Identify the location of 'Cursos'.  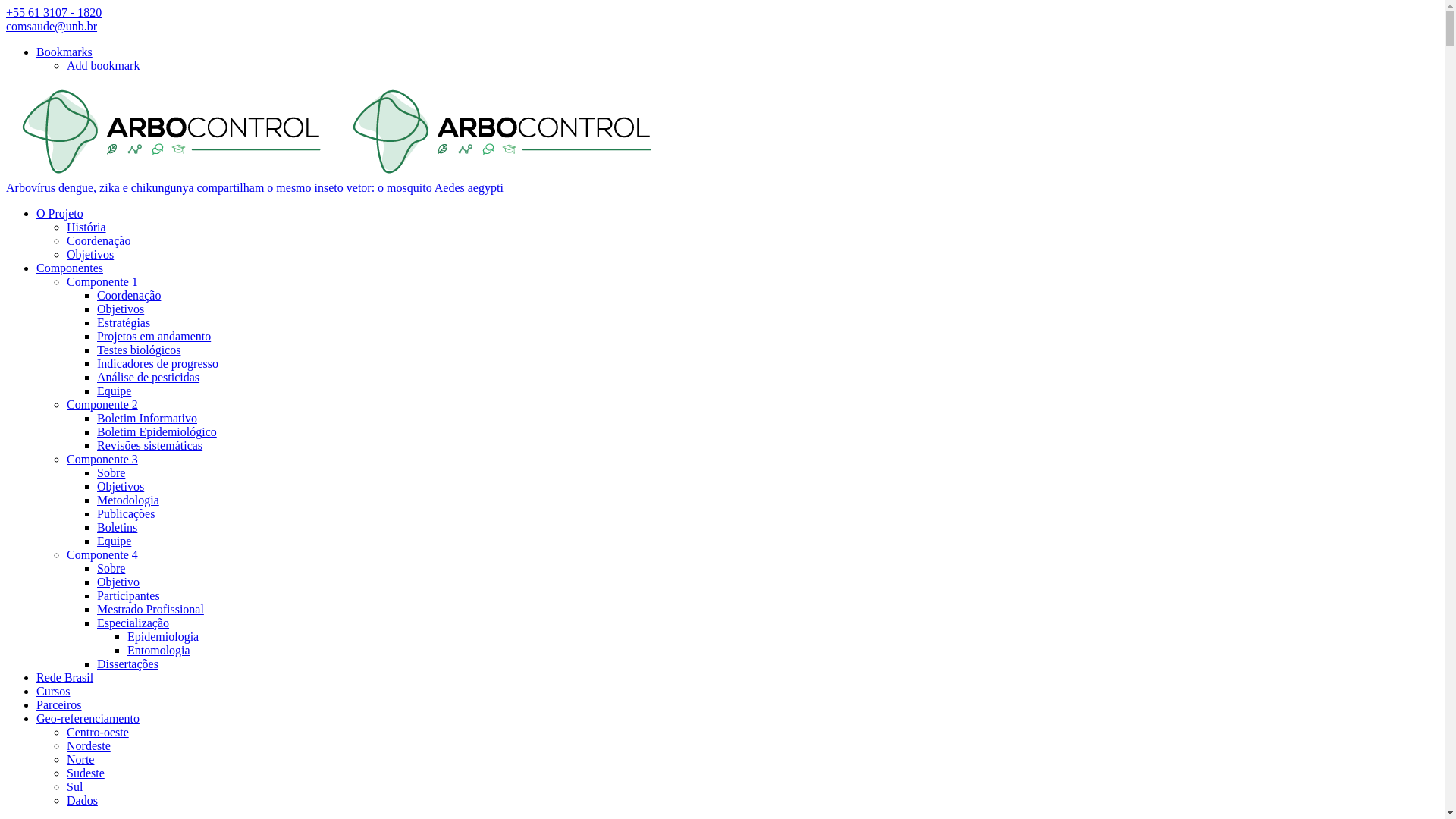
(53, 691).